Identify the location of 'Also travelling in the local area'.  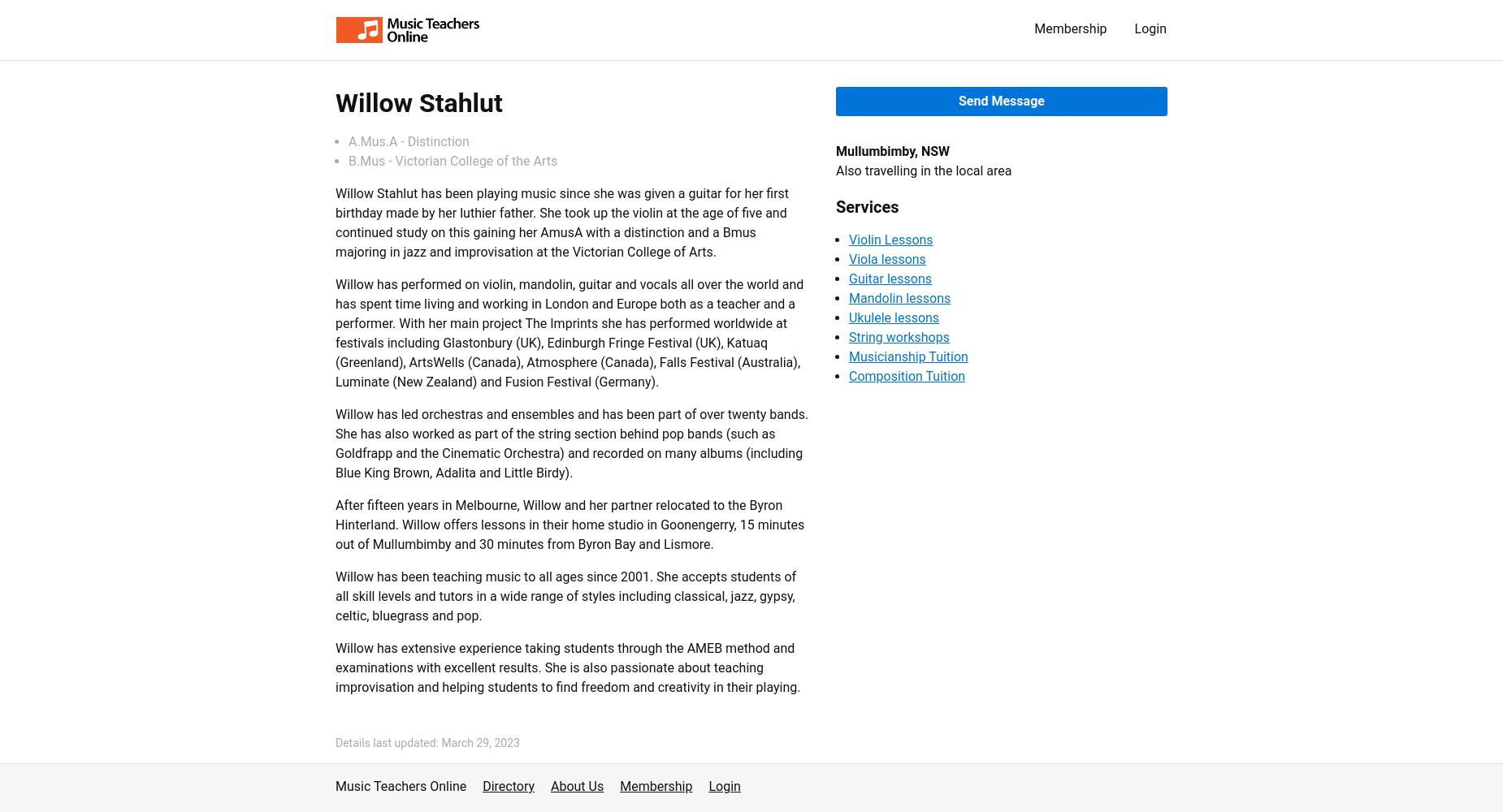
(834, 170).